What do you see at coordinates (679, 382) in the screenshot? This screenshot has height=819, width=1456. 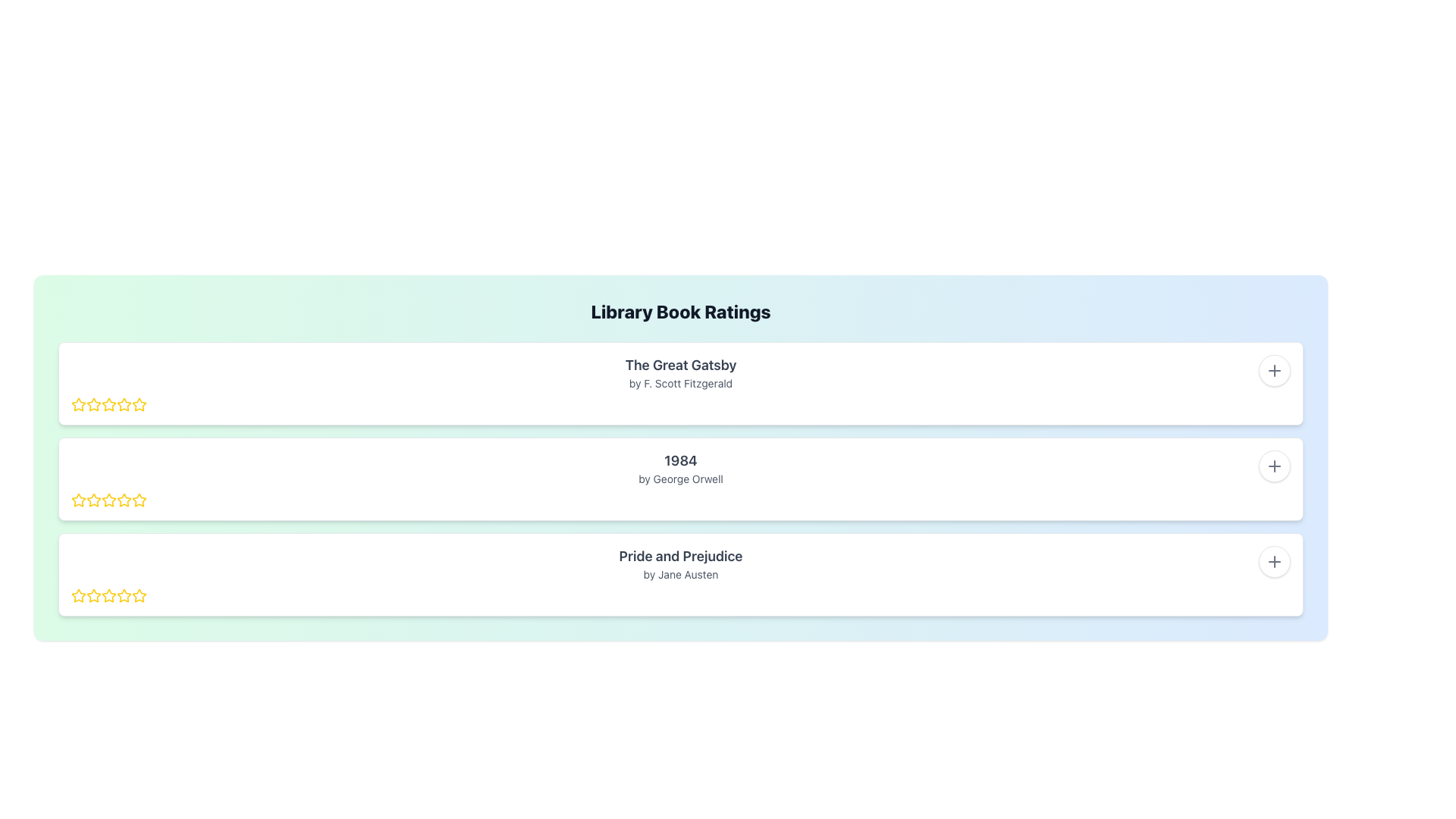 I see `the text label that displays 'by F. Scott Fitzgerald', styled in small gray font, located directly beneath the title 'The Great Gatsby' and above the rating stars` at bounding box center [679, 382].